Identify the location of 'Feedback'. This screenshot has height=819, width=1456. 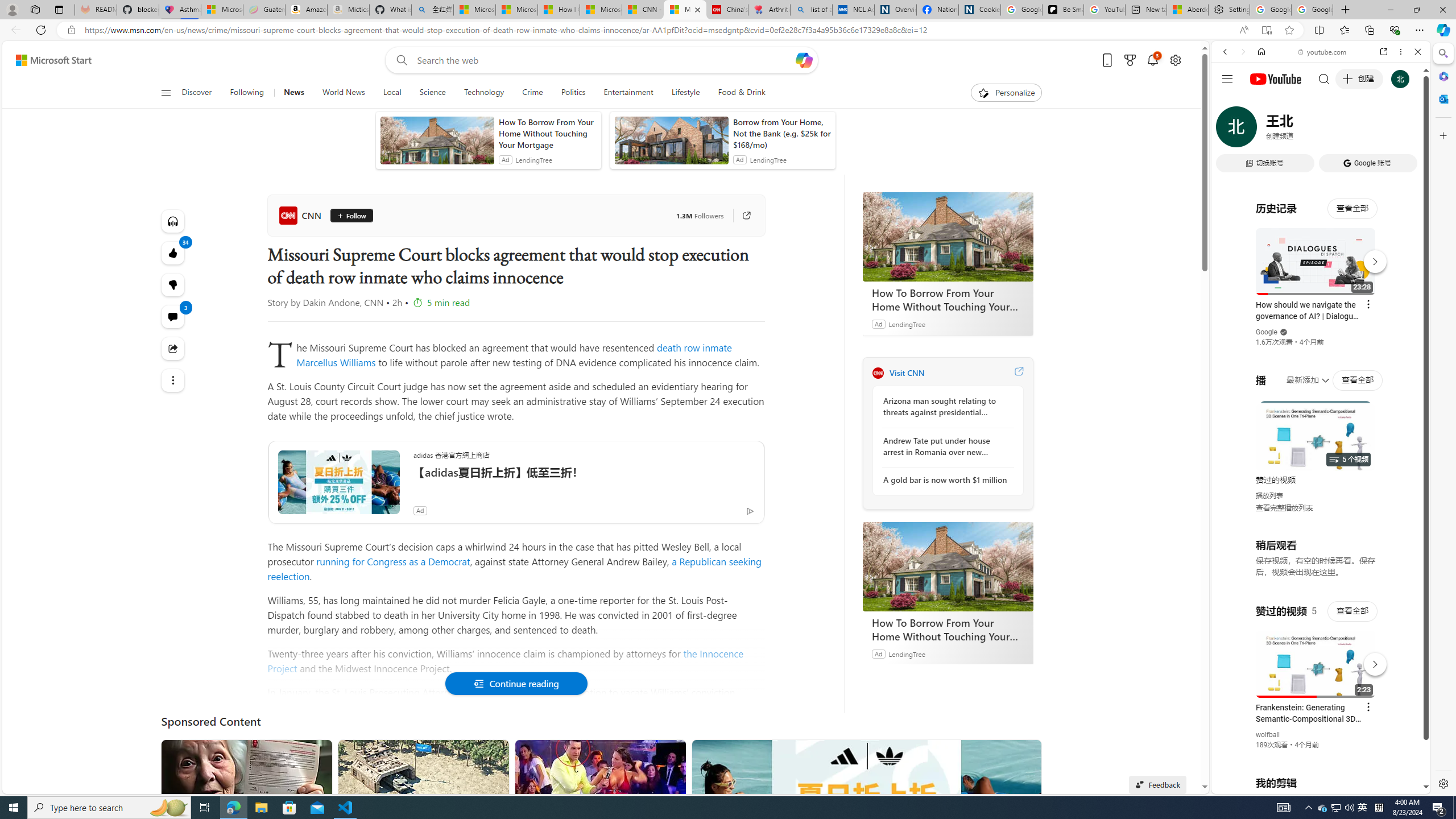
(1157, 784).